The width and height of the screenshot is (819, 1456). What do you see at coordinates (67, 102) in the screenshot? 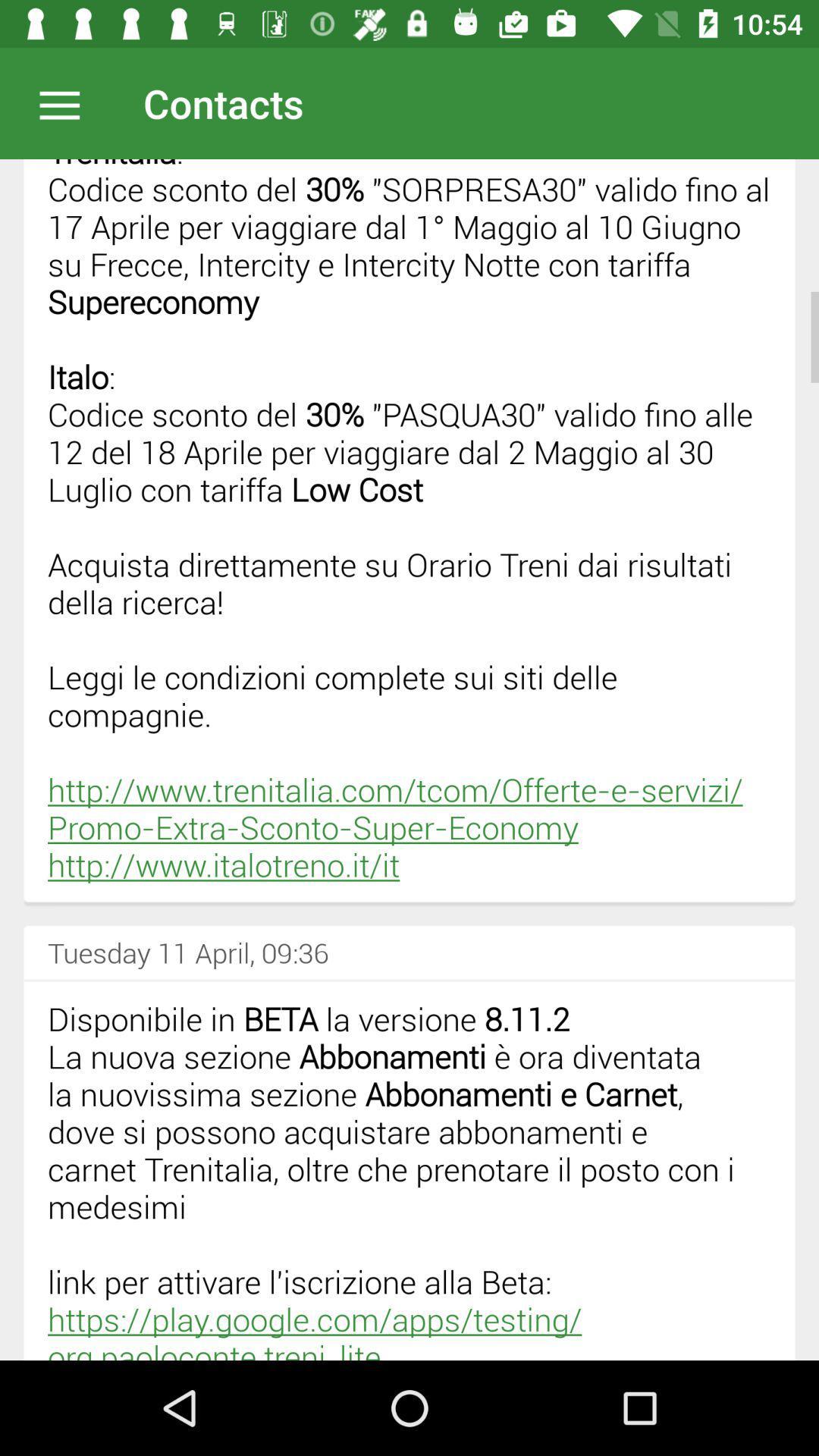
I see `open option menu` at bounding box center [67, 102].